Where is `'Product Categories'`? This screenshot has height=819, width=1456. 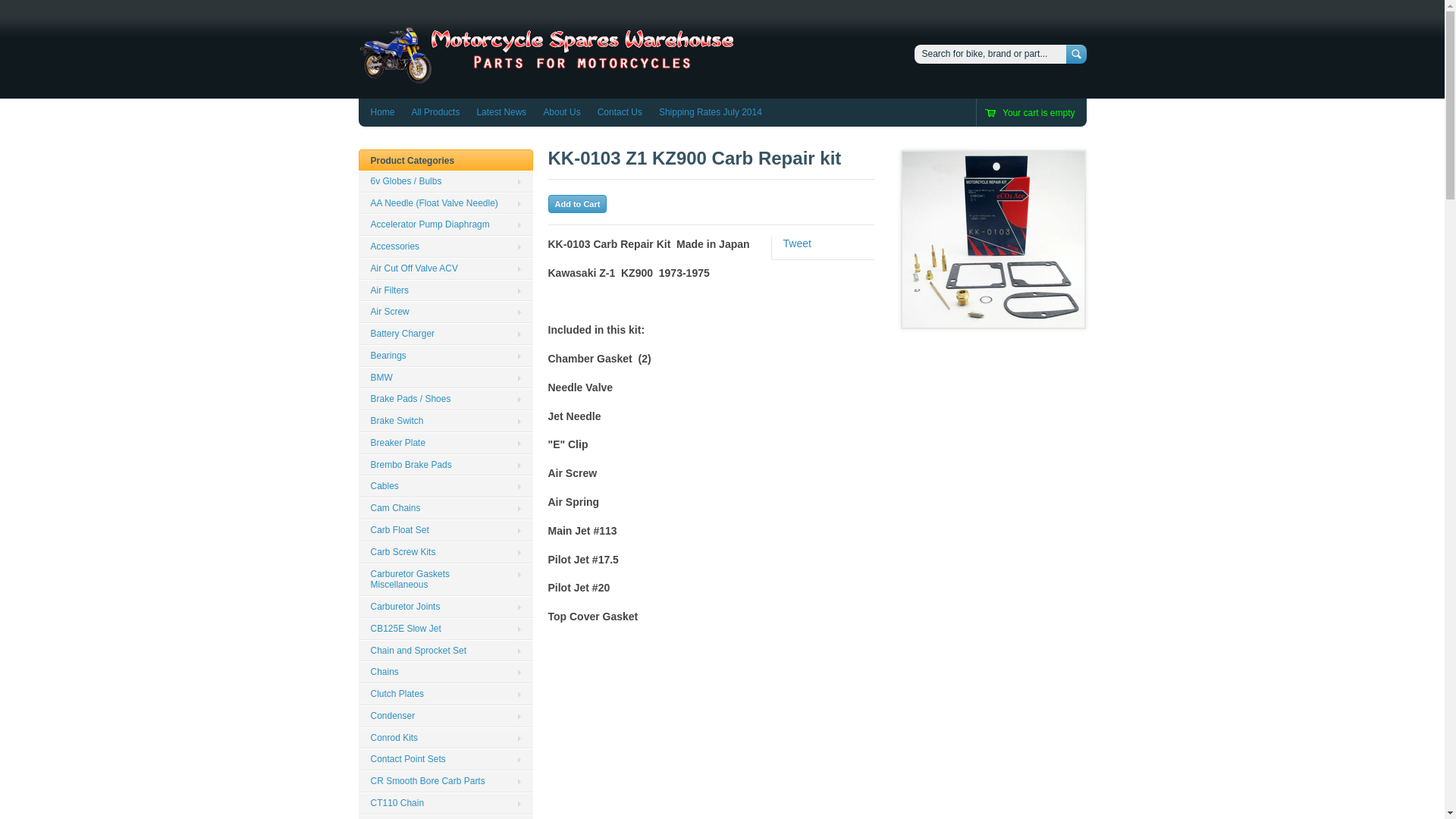 'Product Categories' is located at coordinates (412, 161).